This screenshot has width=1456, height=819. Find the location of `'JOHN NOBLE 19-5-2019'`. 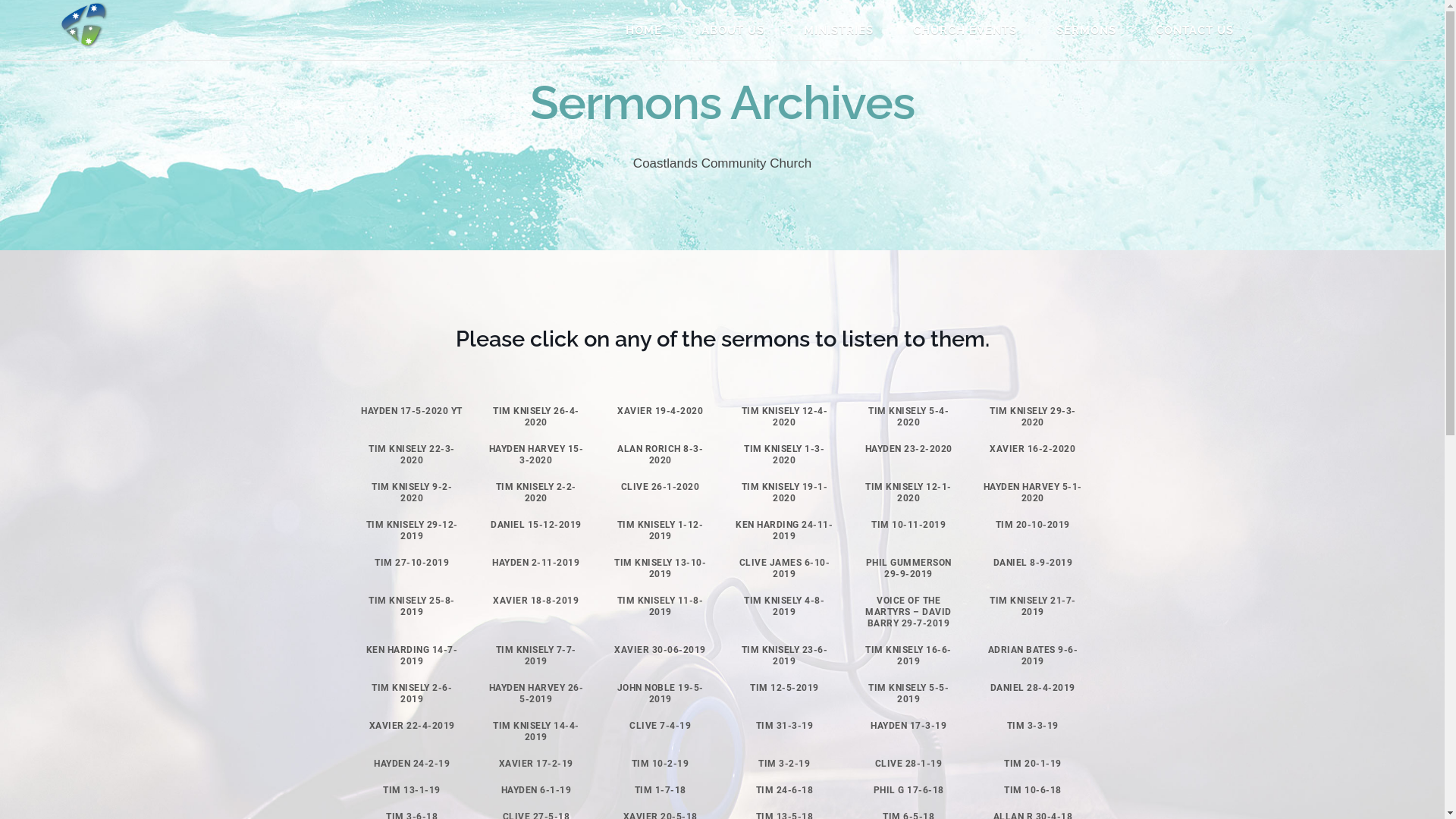

'JOHN NOBLE 19-5-2019' is located at coordinates (660, 693).